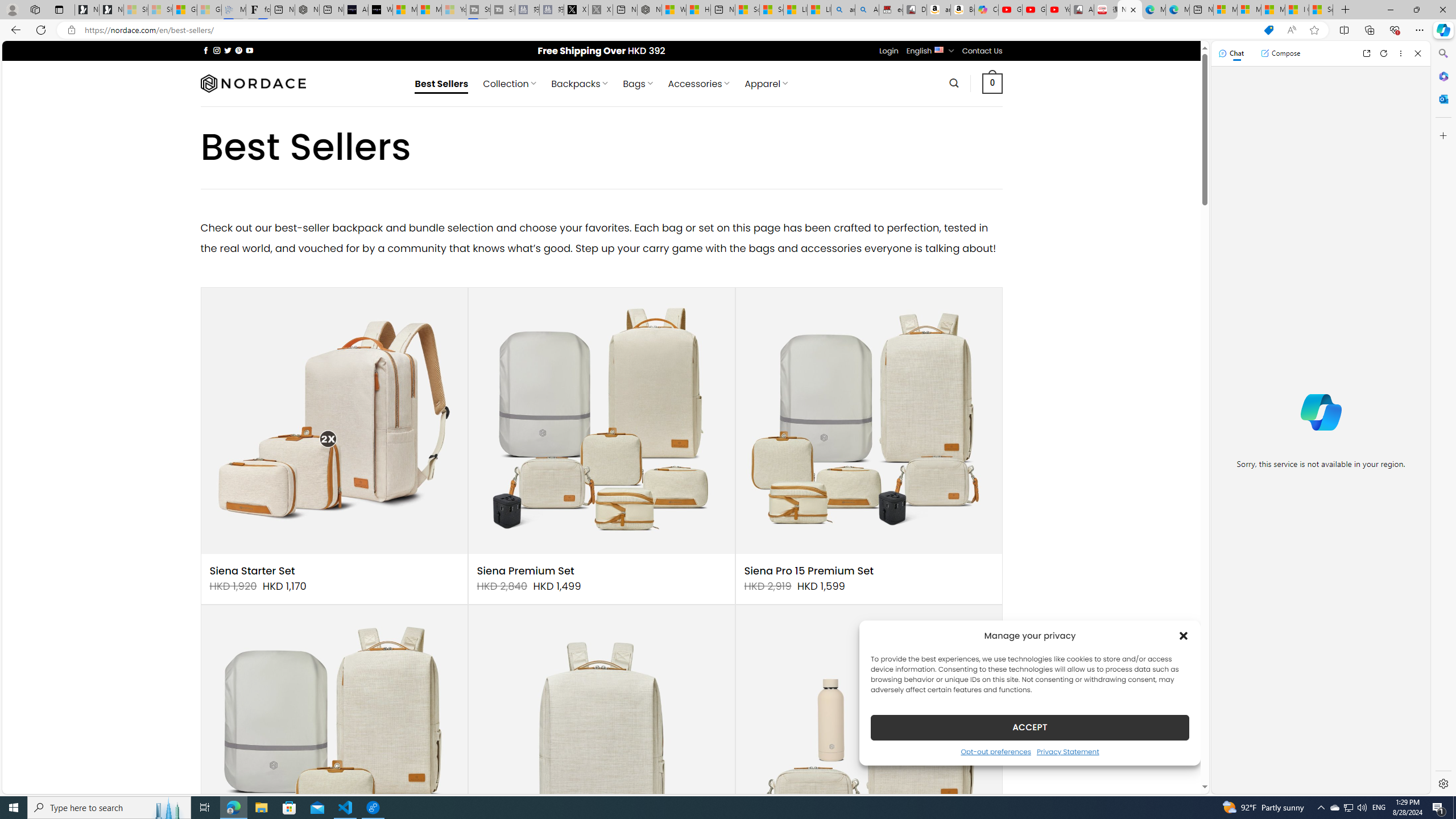 The image size is (1456, 819). Describe the element at coordinates (649, 9) in the screenshot. I see `'Nordace - My Account'` at that location.